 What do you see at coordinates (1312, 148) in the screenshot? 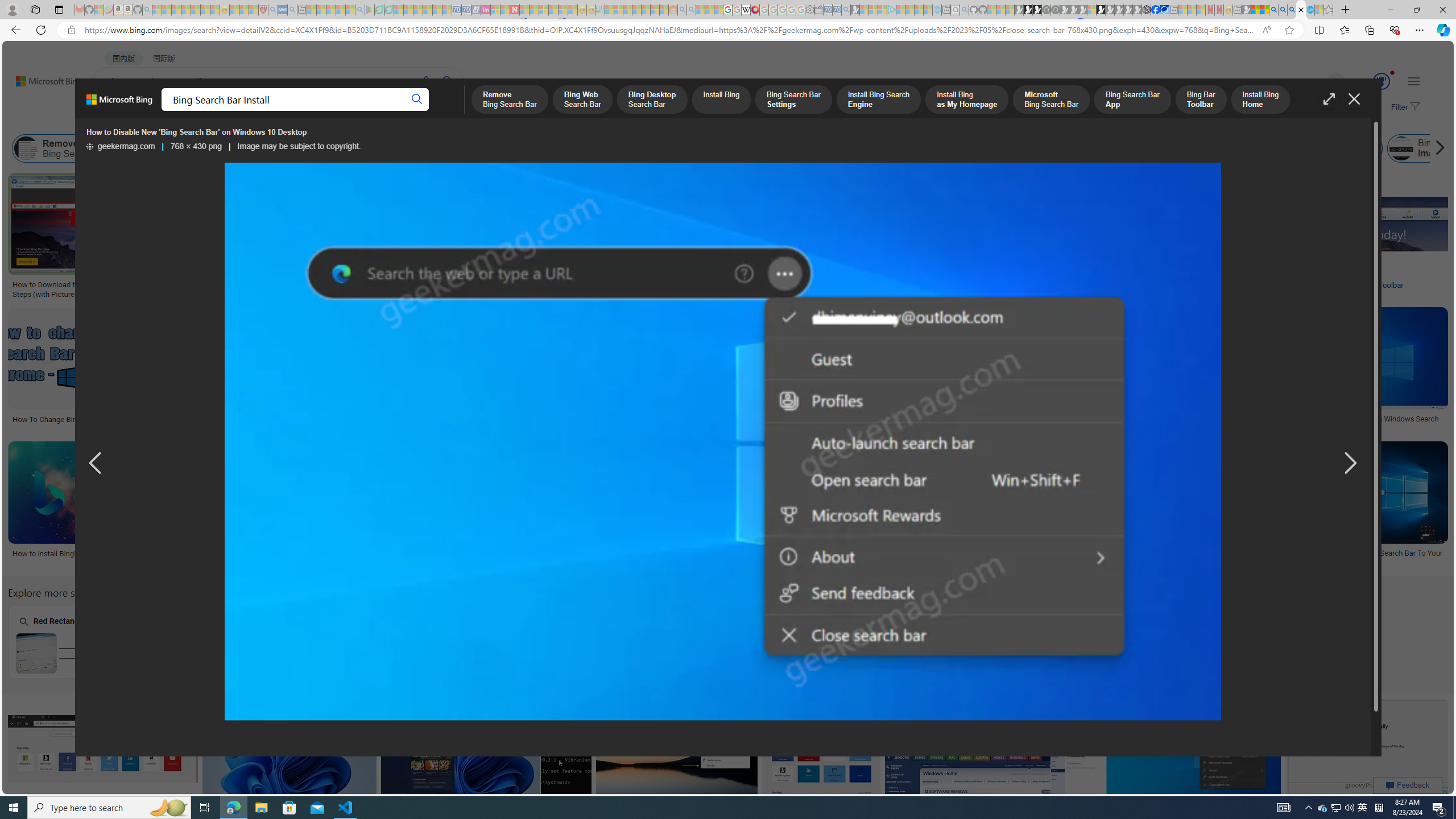
I see `'Bing Menu Bar'` at bounding box center [1312, 148].